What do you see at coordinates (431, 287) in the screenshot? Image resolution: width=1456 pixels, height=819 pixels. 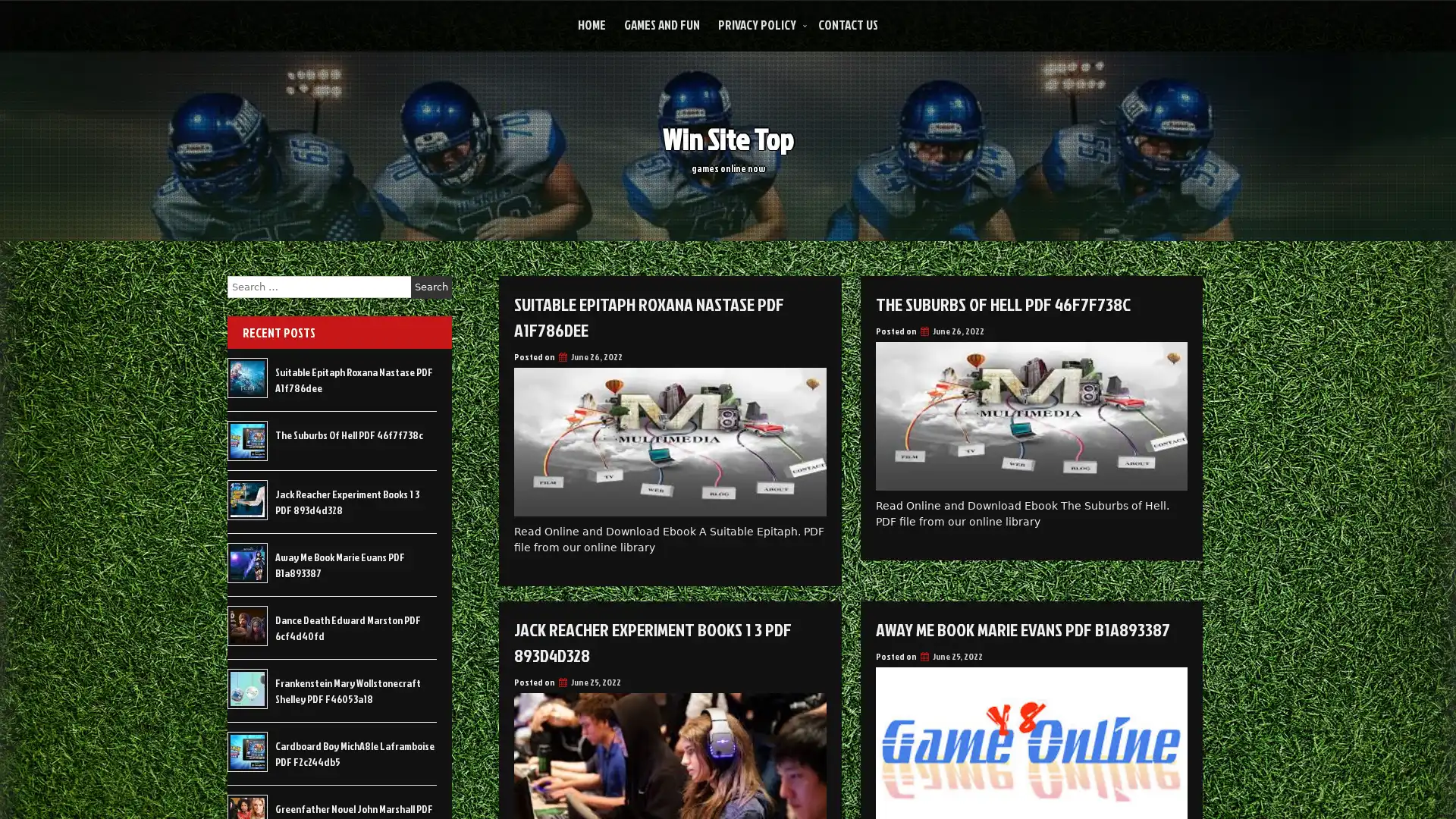 I see `Search` at bounding box center [431, 287].